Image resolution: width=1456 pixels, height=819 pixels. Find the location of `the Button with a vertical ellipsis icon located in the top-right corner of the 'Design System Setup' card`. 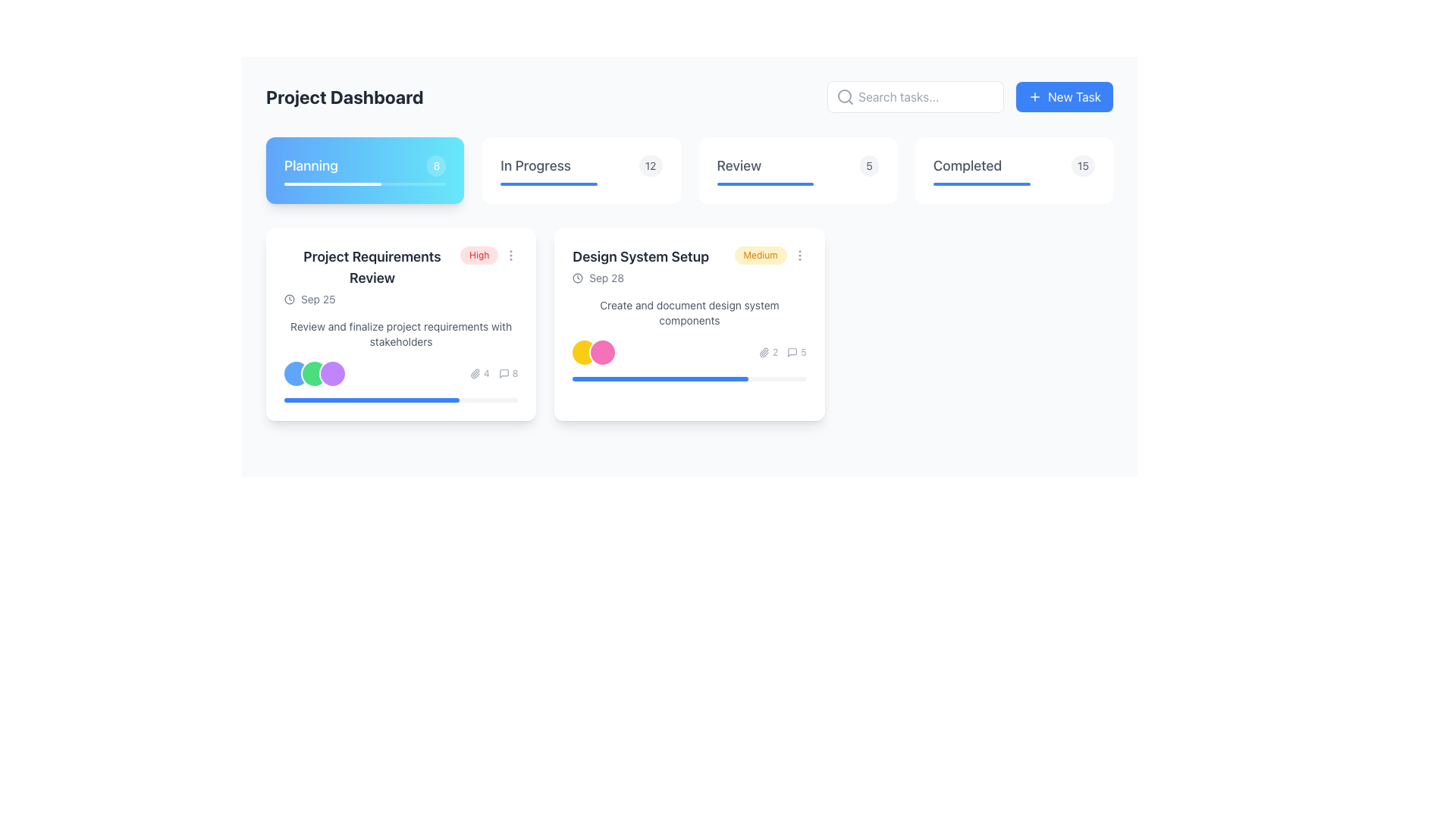

the Button with a vertical ellipsis icon located in the top-right corner of the 'Design System Setup' card is located at coordinates (799, 254).